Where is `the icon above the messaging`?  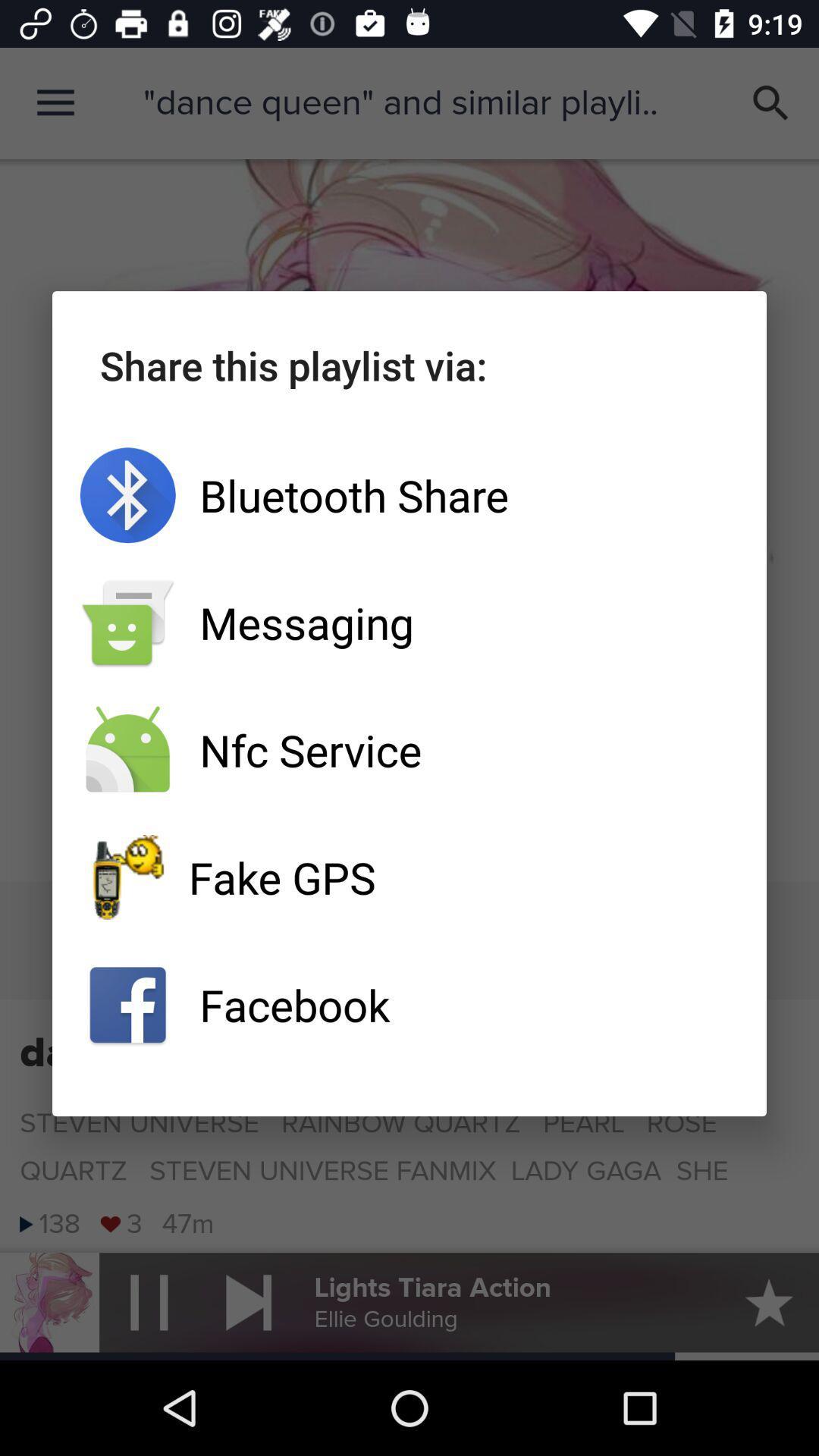 the icon above the messaging is located at coordinates (409, 495).